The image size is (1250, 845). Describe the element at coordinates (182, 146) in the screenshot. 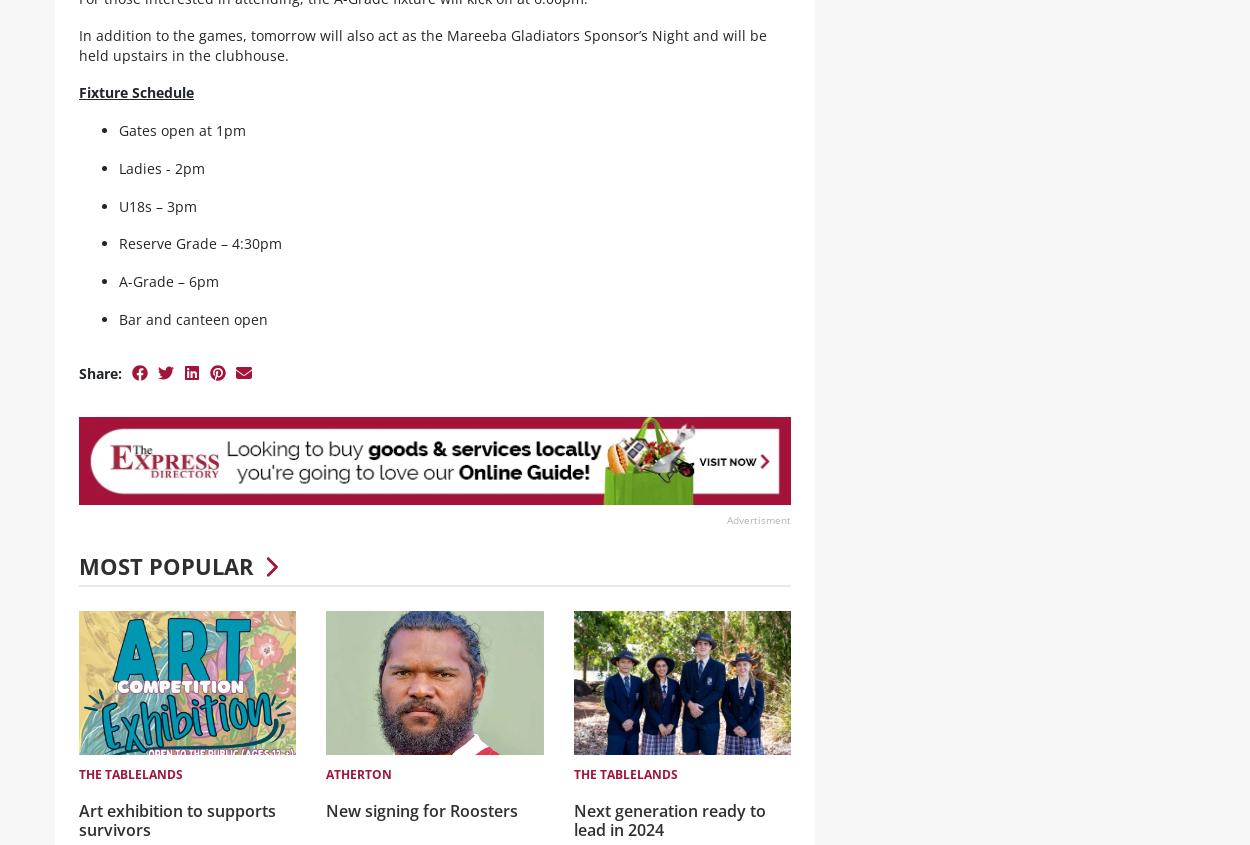

I see `'Gates open at 1pm'` at that location.